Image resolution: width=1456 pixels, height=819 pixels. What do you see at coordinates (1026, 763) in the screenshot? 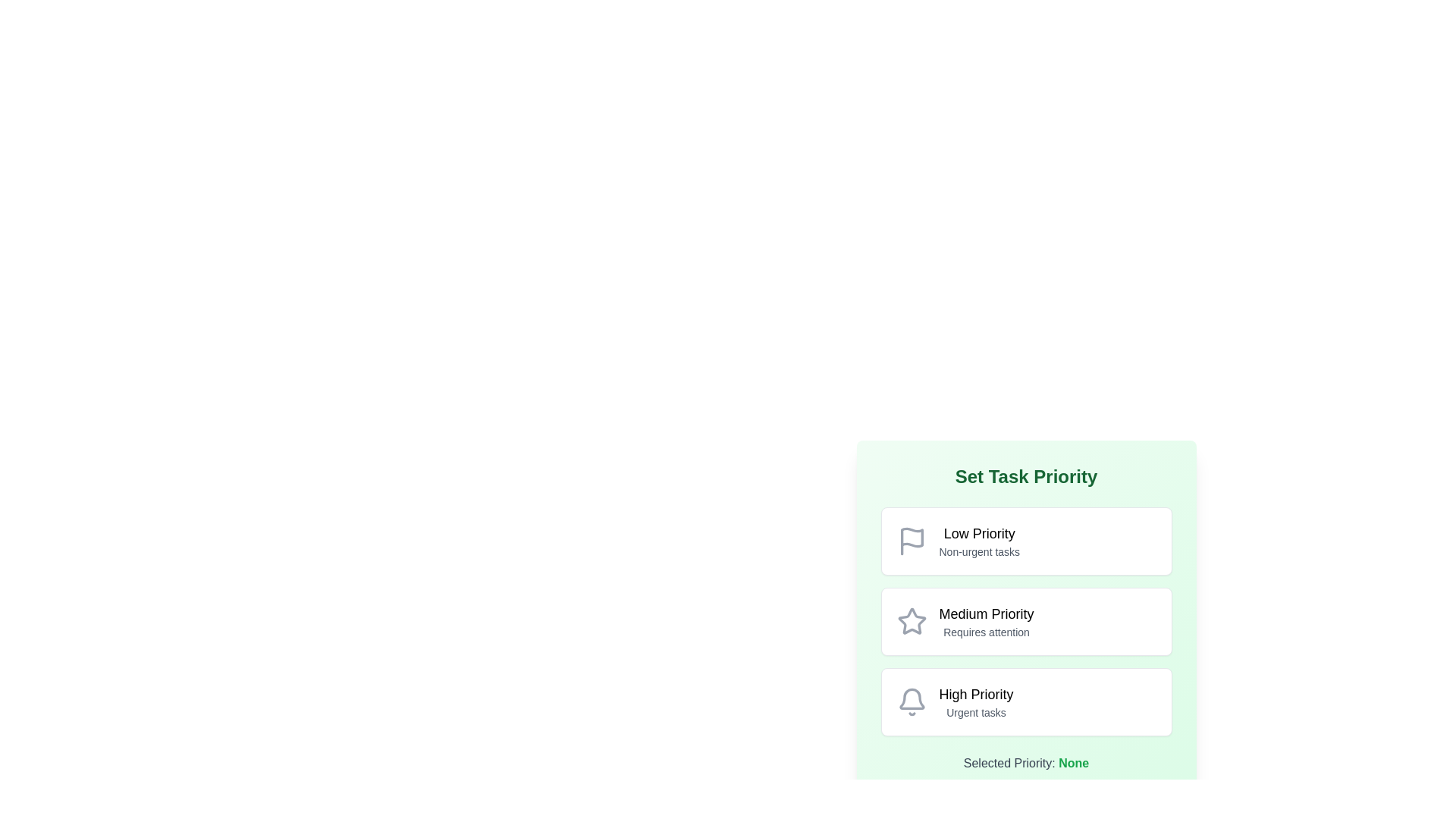
I see `the text label at the bottom of the interface that displays 'Selected Priority: None' with a green gradient background` at bounding box center [1026, 763].